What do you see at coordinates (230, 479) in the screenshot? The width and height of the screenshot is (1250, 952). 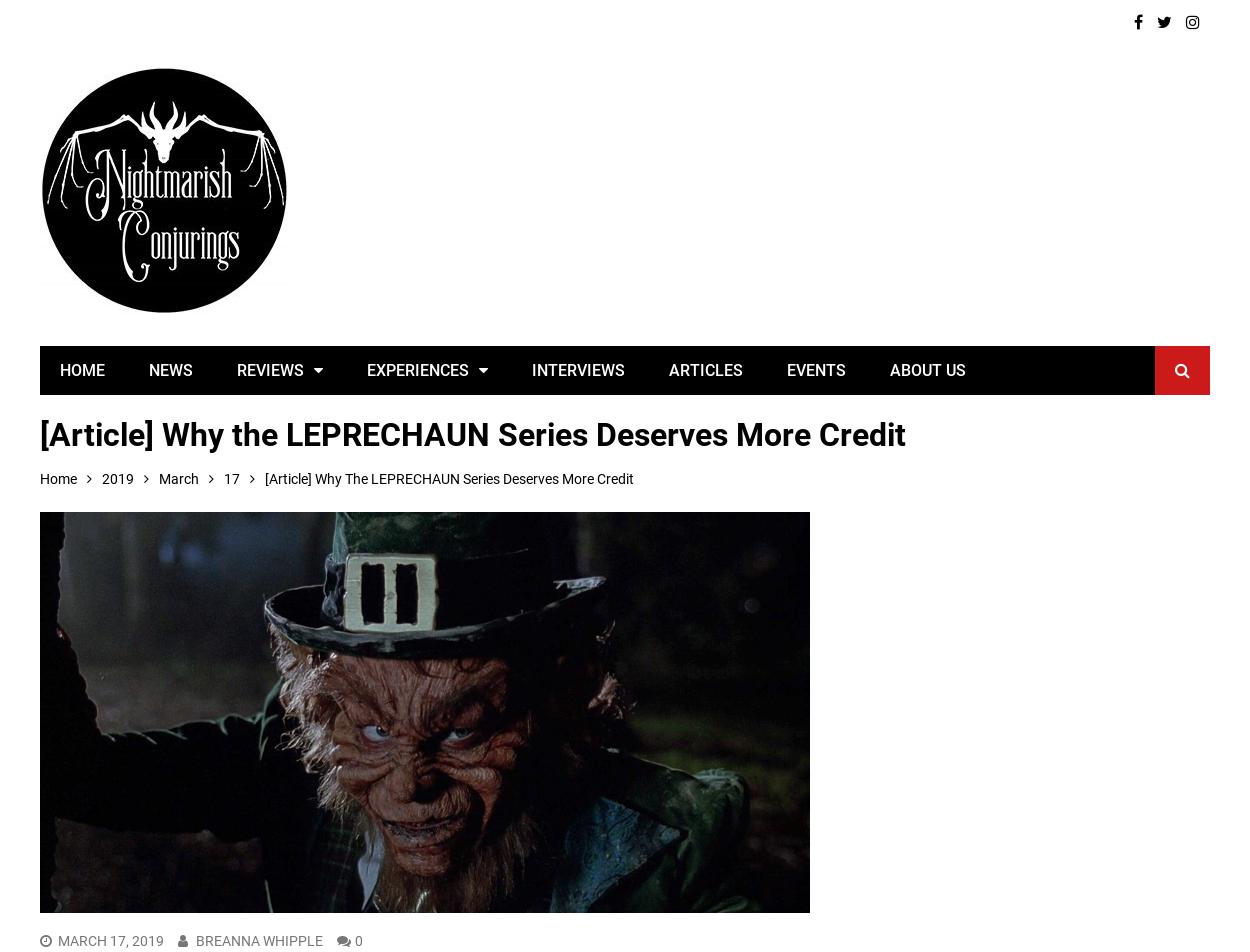 I see `'17'` at bounding box center [230, 479].